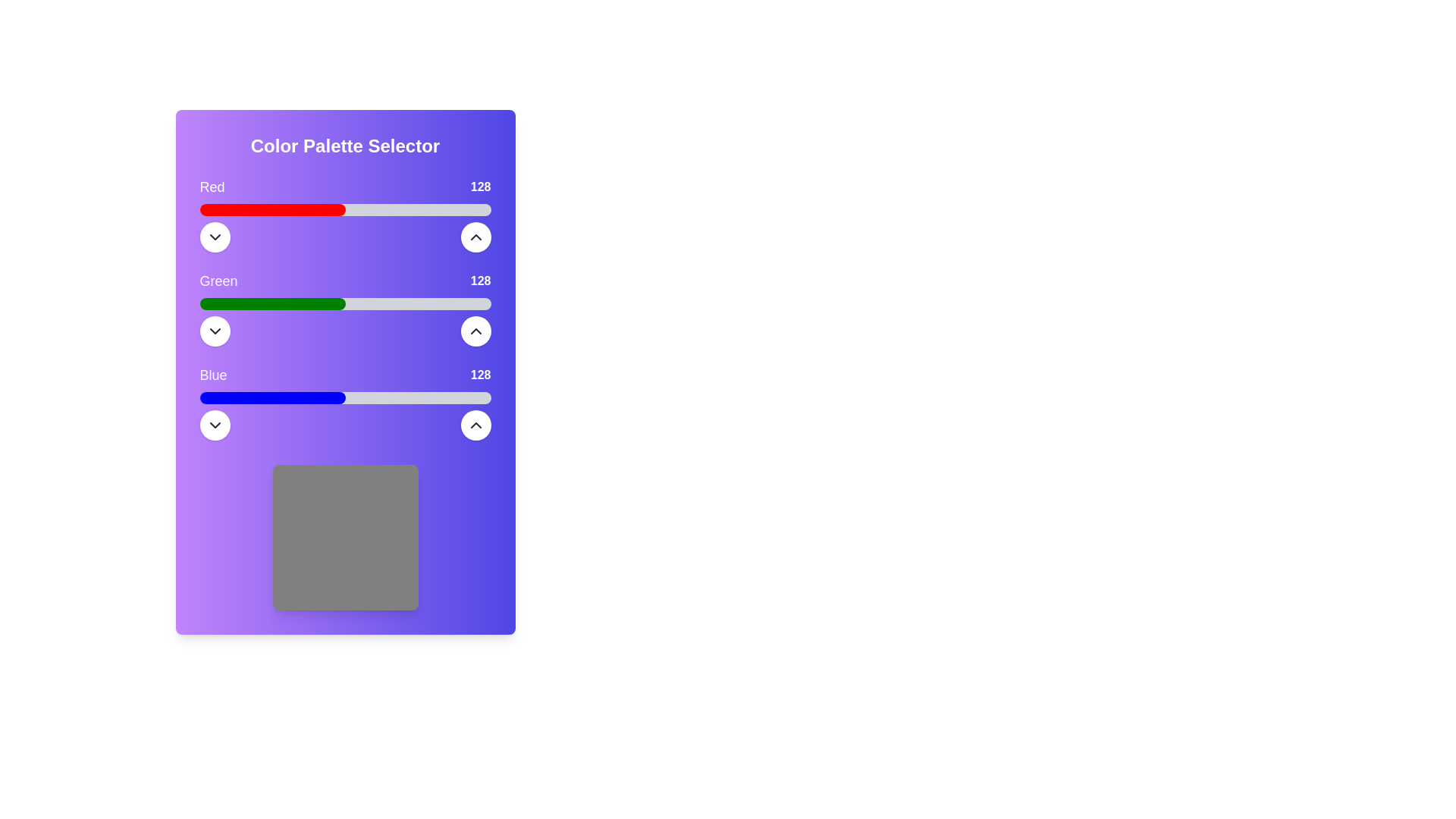 The width and height of the screenshot is (1456, 819). What do you see at coordinates (386, 210) in the screenshot?
I see `the red intensity` at bounding box center [386, 210].